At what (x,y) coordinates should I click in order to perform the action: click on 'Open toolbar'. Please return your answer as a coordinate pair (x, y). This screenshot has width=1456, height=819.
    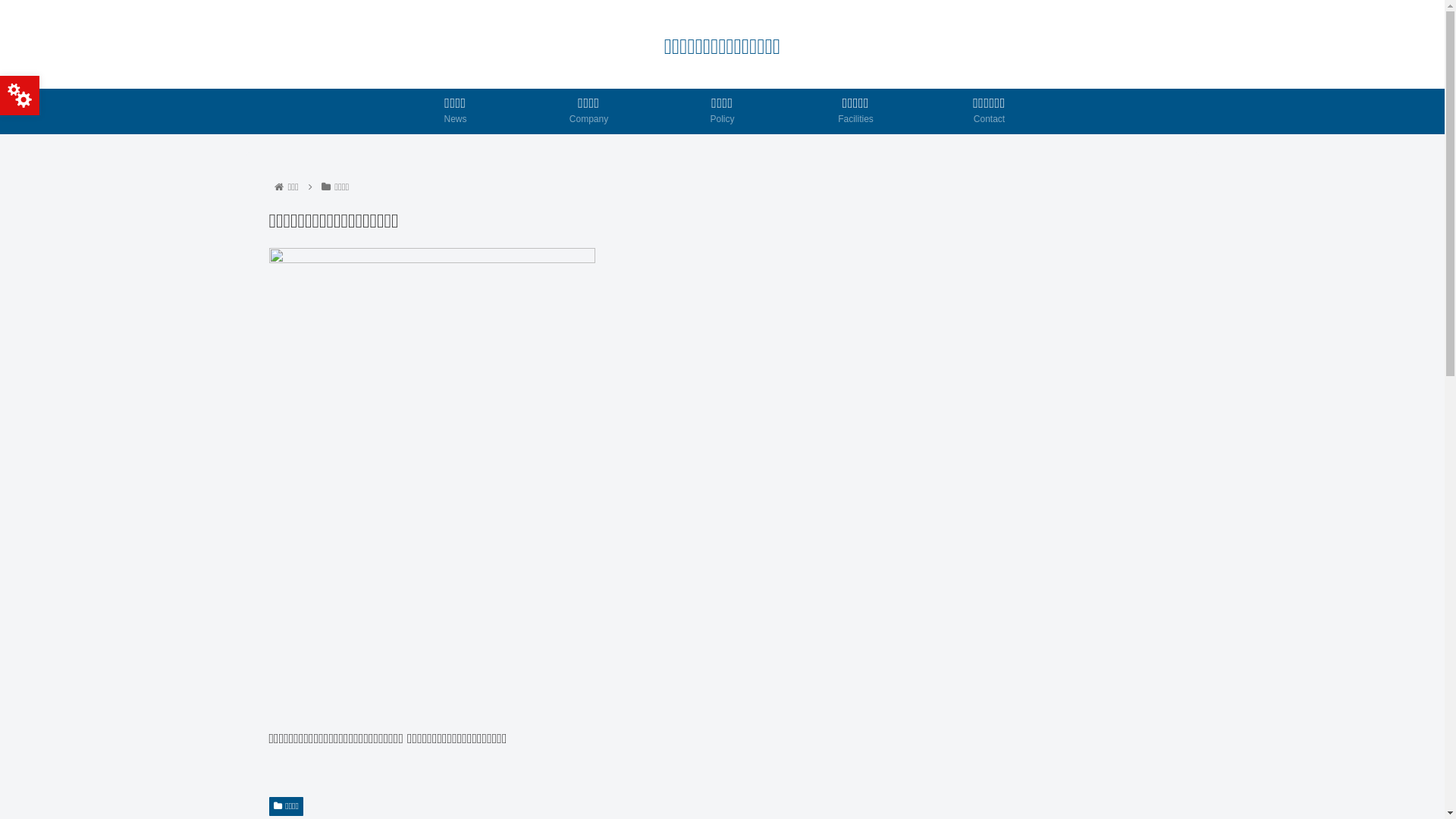
    Looking at the image, I should click on (19, 96).